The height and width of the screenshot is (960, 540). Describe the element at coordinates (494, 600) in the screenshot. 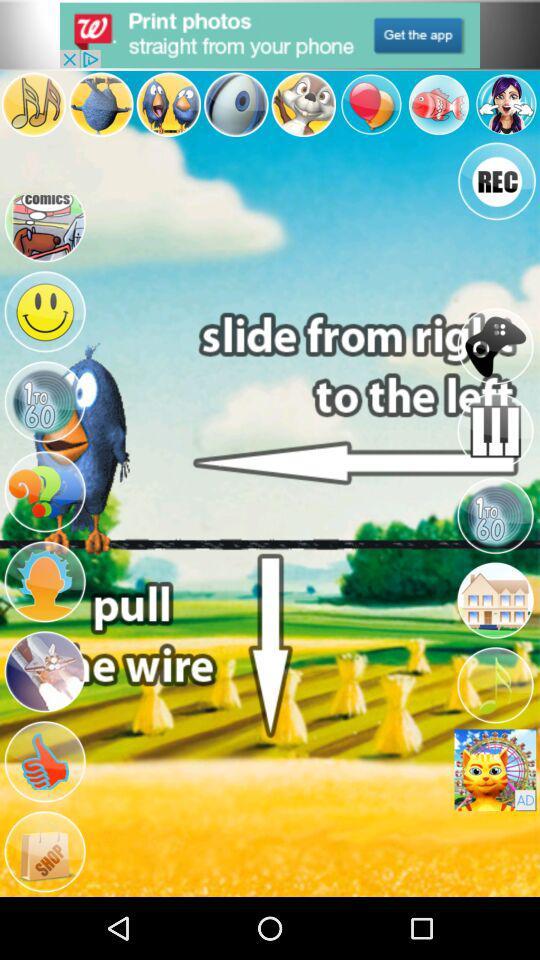

I see `the icon which is above the music icon` at that location.